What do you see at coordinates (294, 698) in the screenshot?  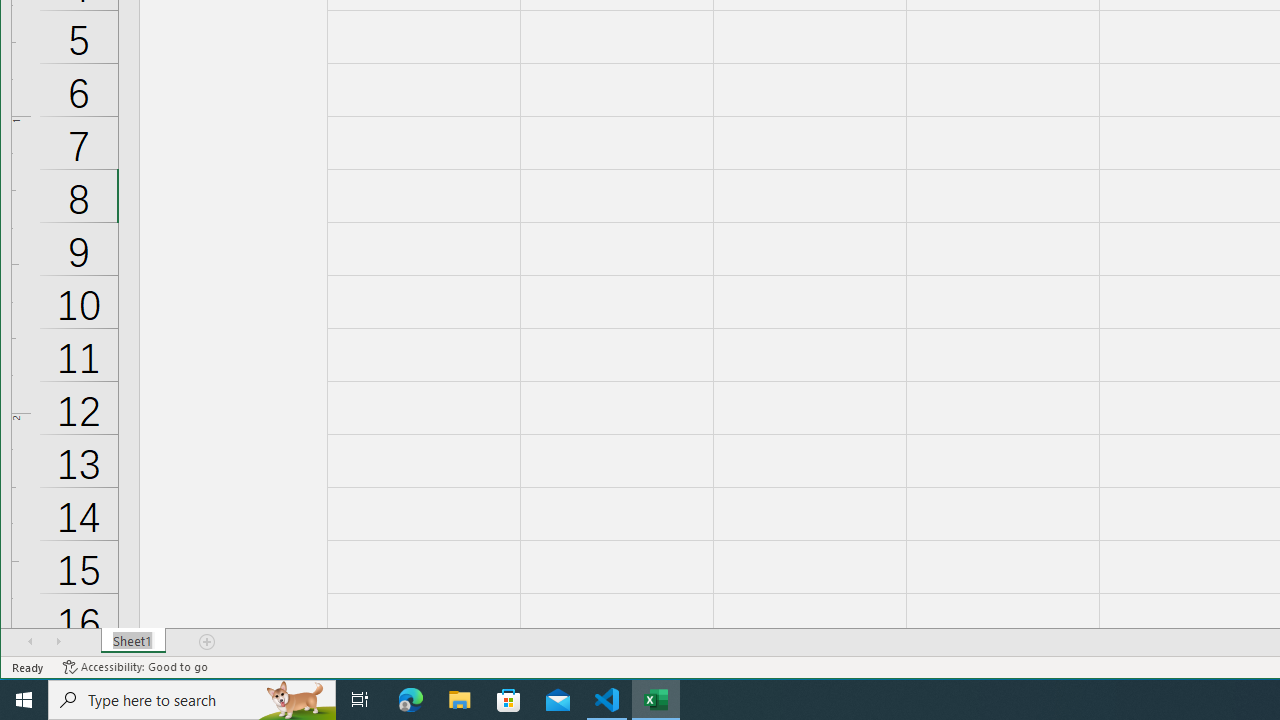 I see `'Search highlights icon opens search home window'` at bounding box center [294, 698].